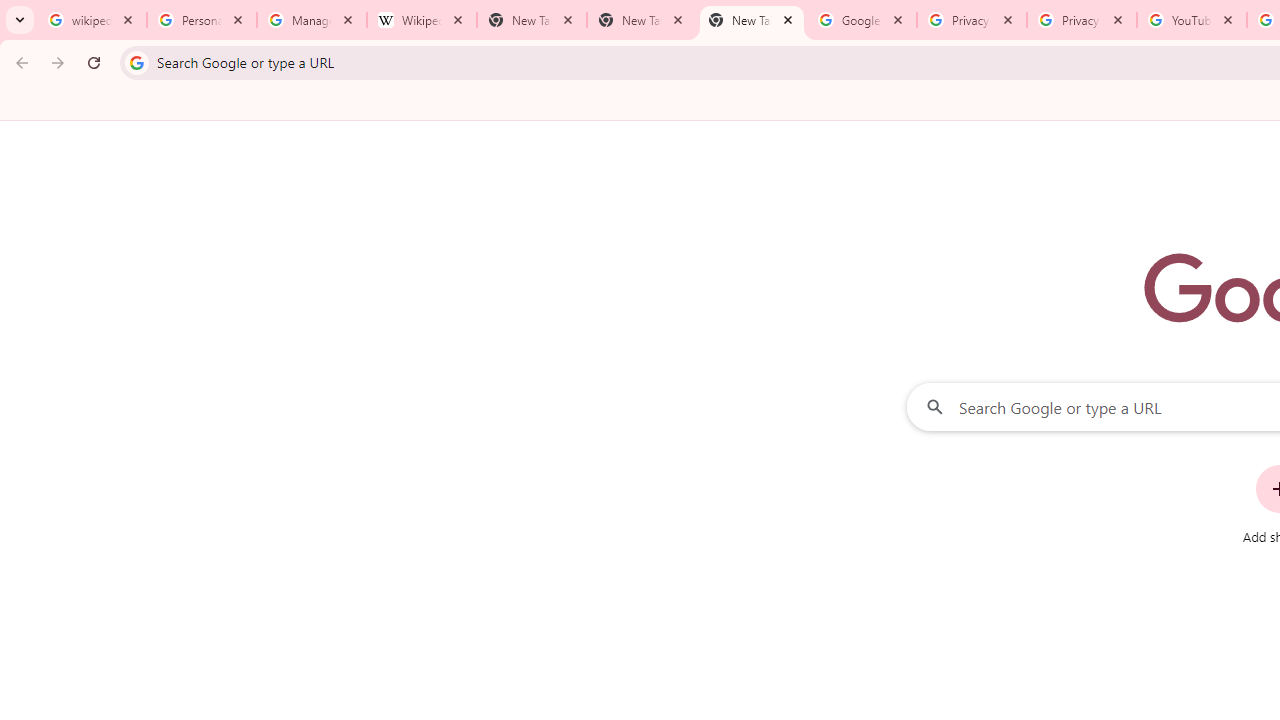  Describe the element at coordinates (1191, 20) in the screenshot. I see `'YouTube'` at that location.